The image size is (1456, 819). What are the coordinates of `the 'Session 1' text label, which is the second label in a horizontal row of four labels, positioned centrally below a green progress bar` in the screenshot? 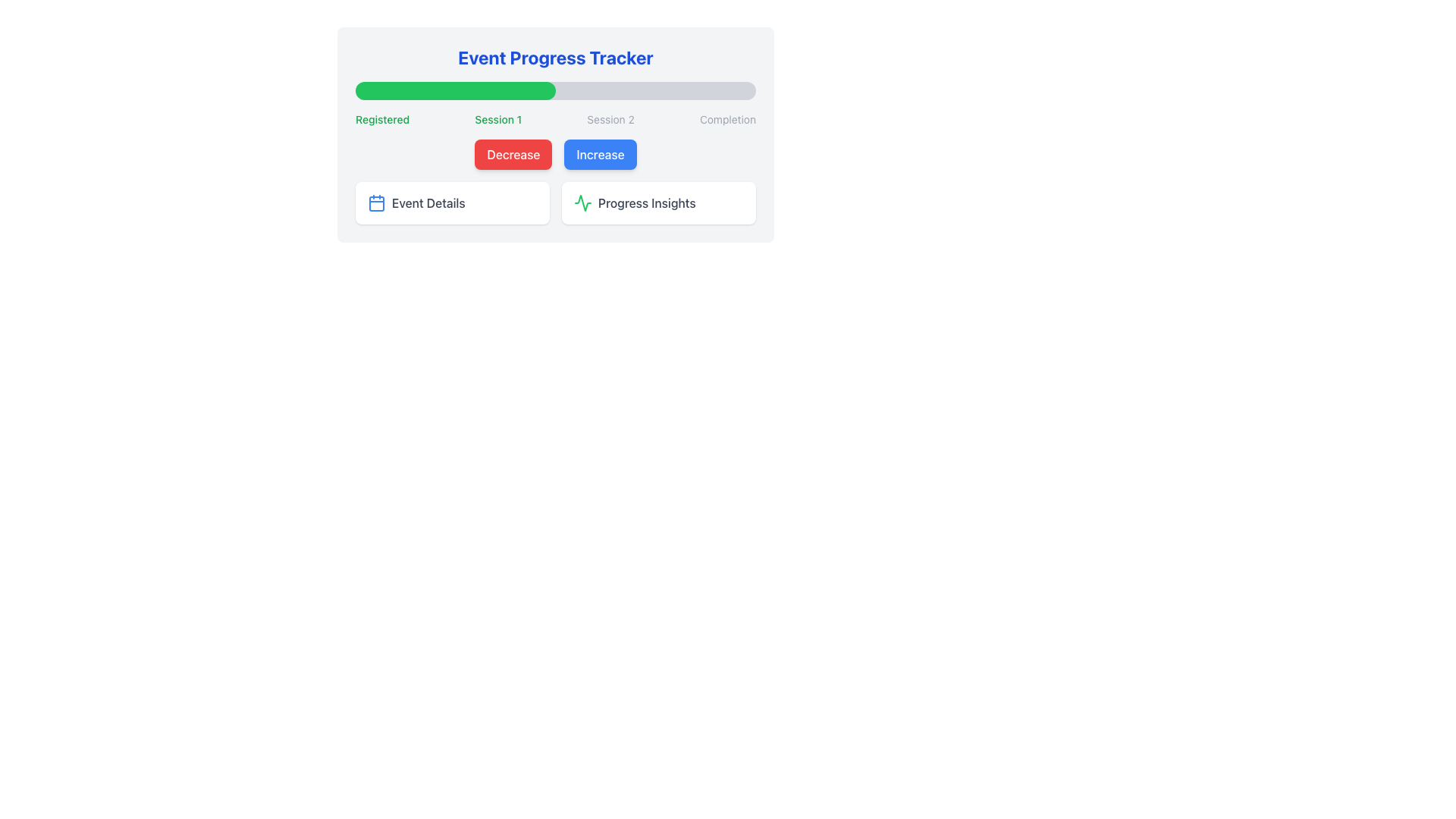 It's located at (498, 119).